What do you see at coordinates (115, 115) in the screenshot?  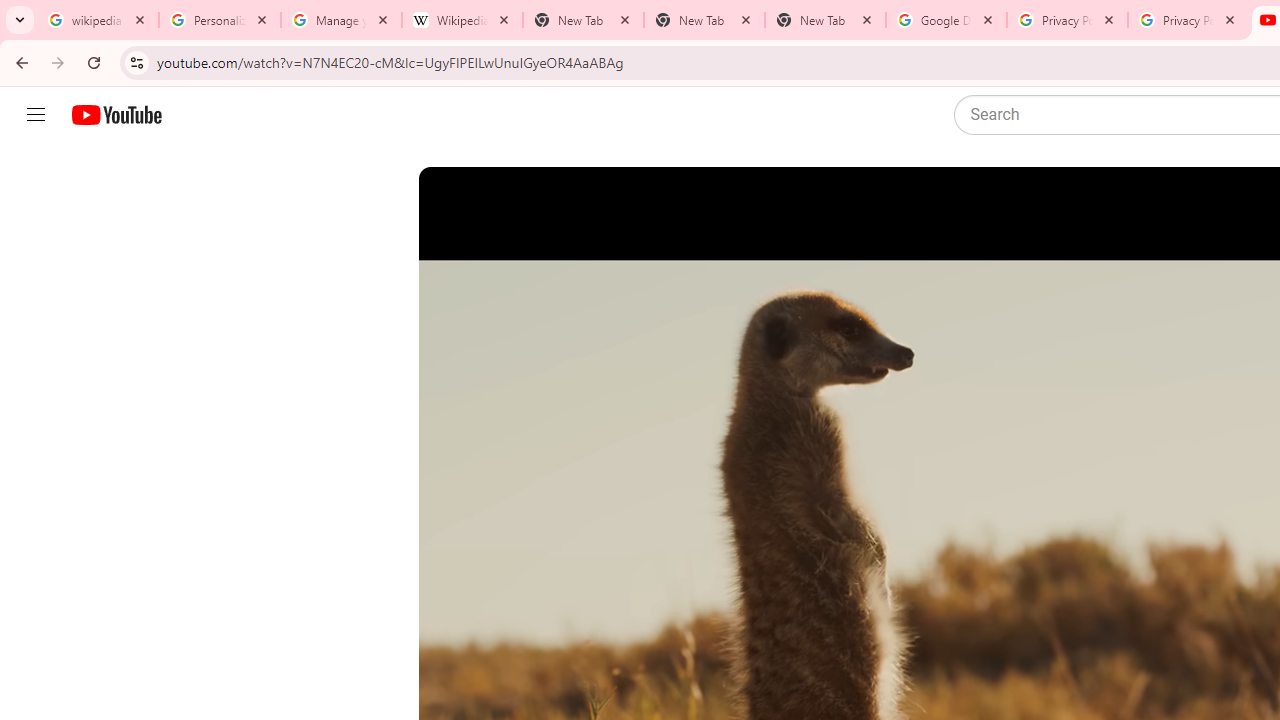 I see `'YouTube Home'` at bounding box center [115, 115].